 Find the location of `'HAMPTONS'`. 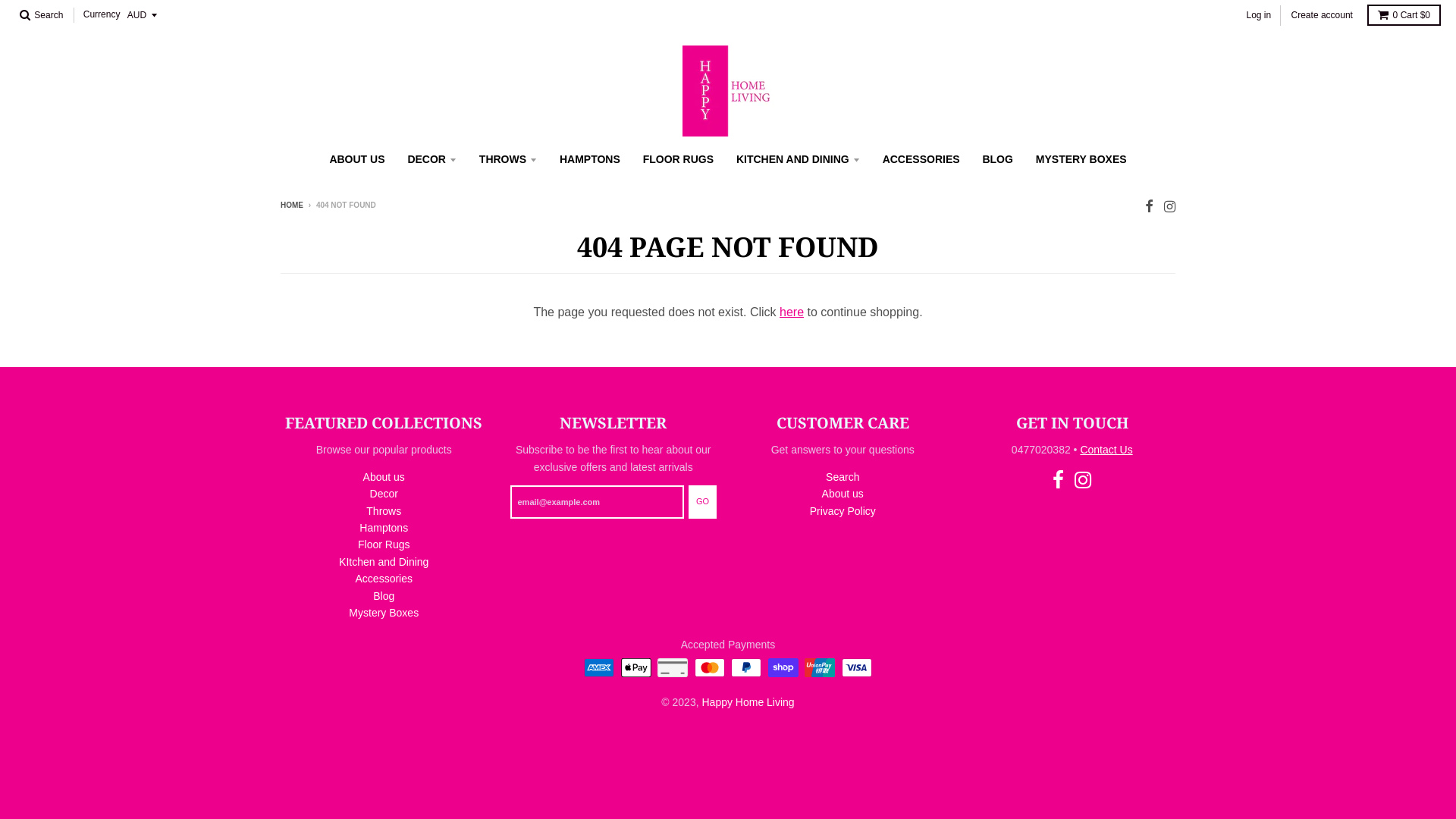

'HAMPTONS' is located at coordinates (588, 158).